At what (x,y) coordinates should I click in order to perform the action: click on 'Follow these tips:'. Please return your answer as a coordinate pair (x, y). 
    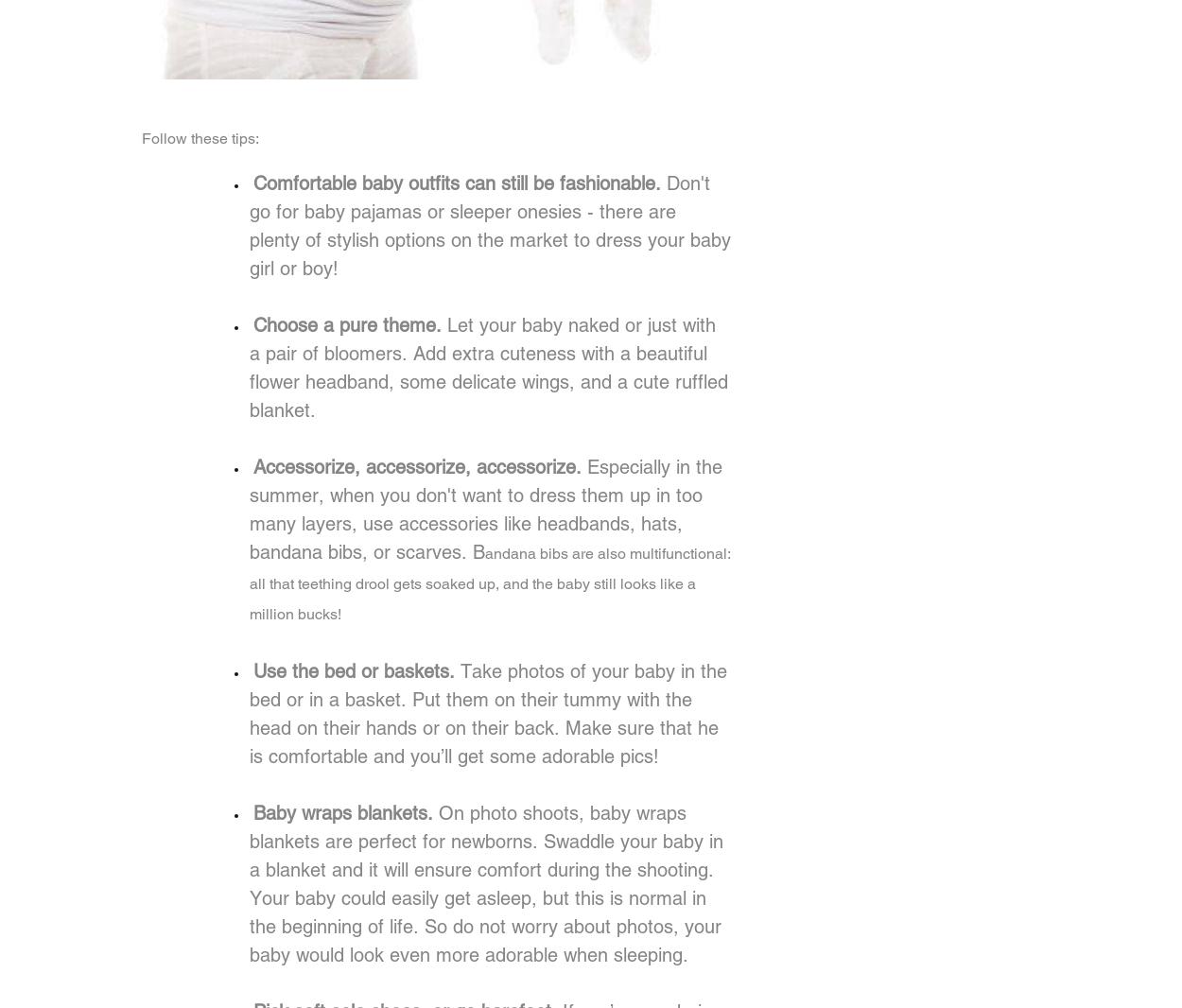
    Looking at the image, I should click on (200, 137).